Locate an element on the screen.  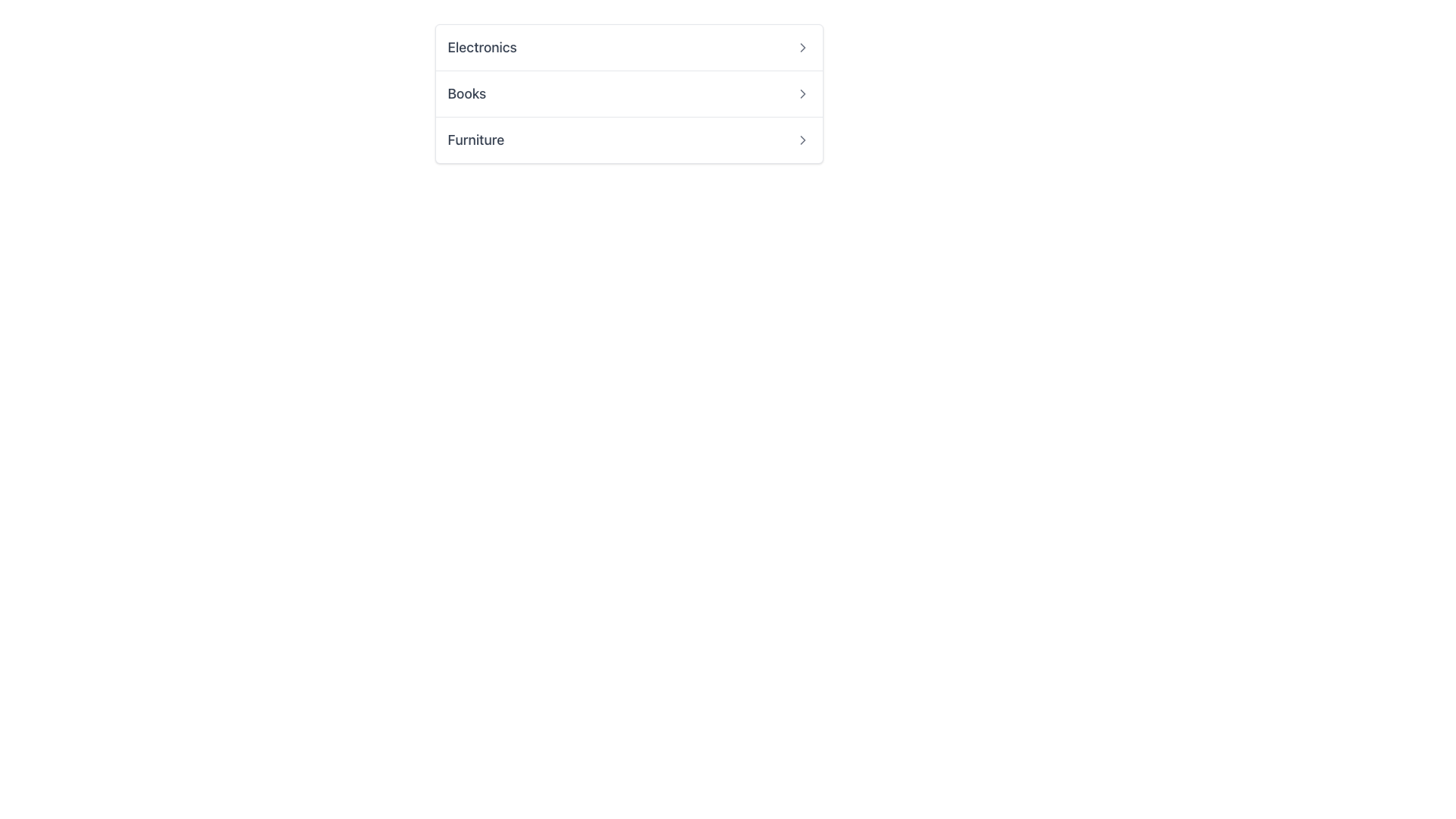
the small right-pointing chevron icon located near the right edge of the 'Furniture' option in the vertical list is located at coordinates (802, 140).